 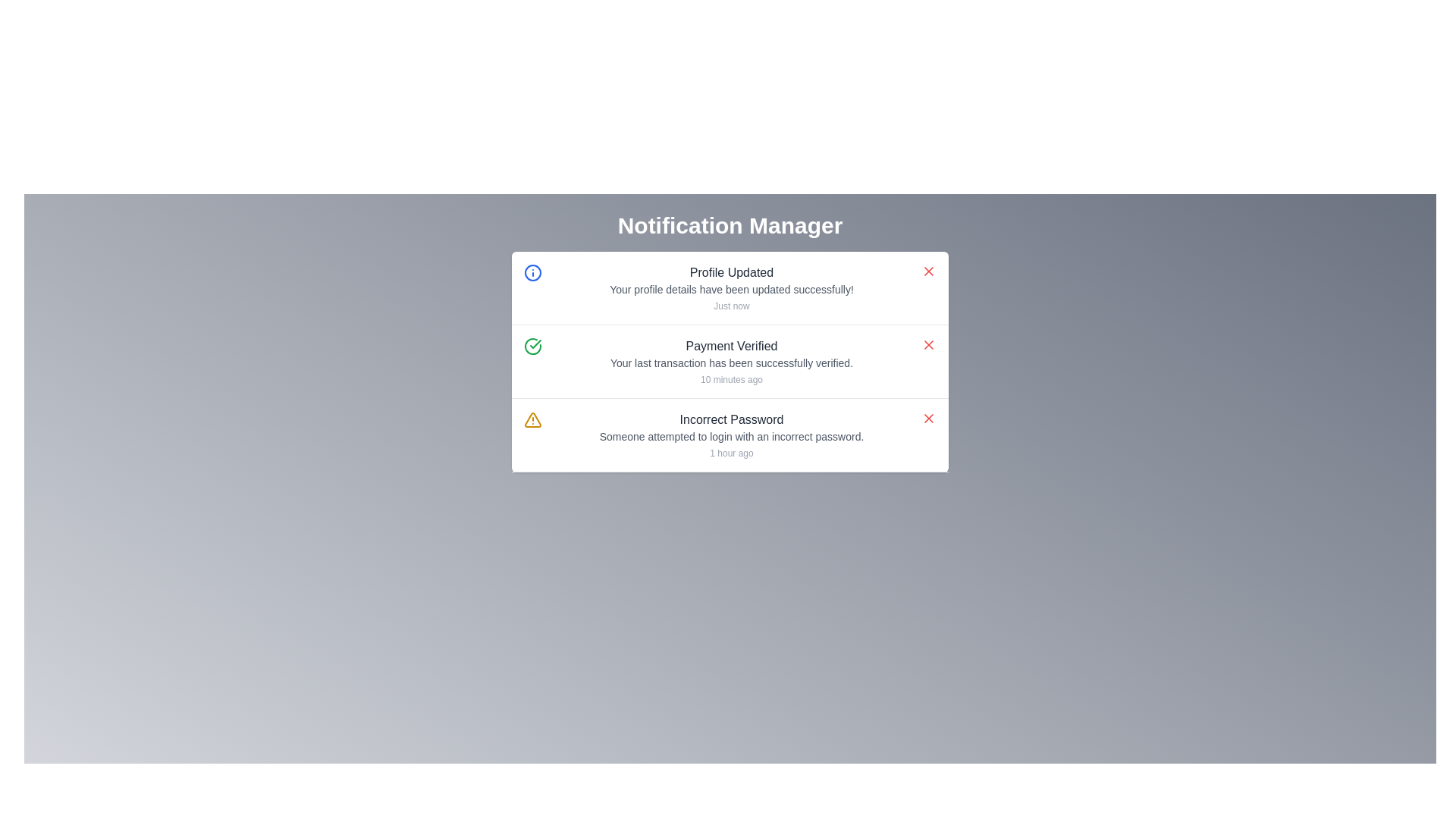 I want to click on the red 'X' close button located at the far right of the notification box that displays the 'Incorrect Password' message, so click(x=927, y=418).